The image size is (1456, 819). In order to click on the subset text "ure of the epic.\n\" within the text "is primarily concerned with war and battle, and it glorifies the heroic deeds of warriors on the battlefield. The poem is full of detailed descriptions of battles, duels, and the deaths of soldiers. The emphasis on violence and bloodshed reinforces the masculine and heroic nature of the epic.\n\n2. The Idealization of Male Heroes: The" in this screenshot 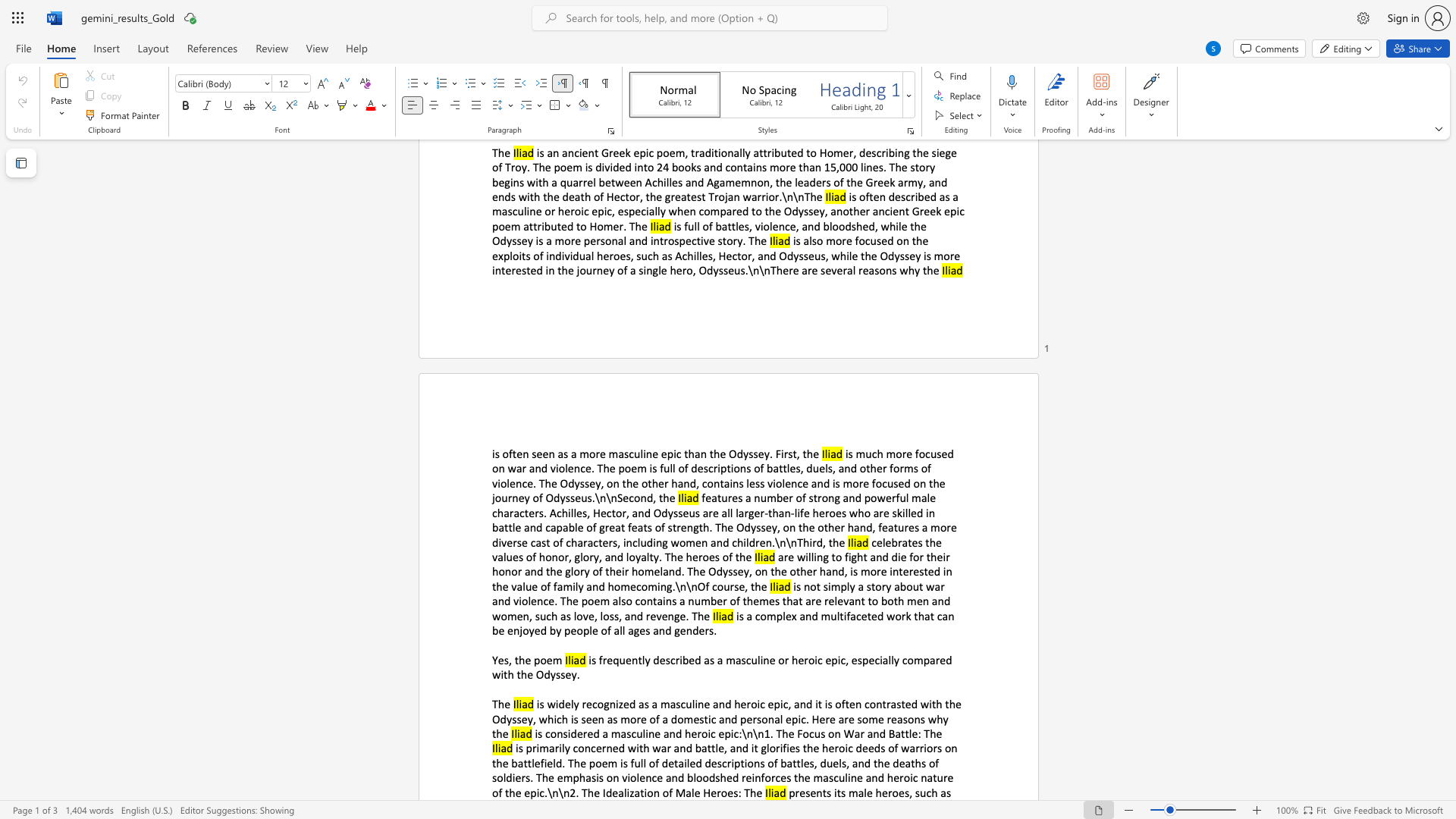, I will do `click(936, 777)`.